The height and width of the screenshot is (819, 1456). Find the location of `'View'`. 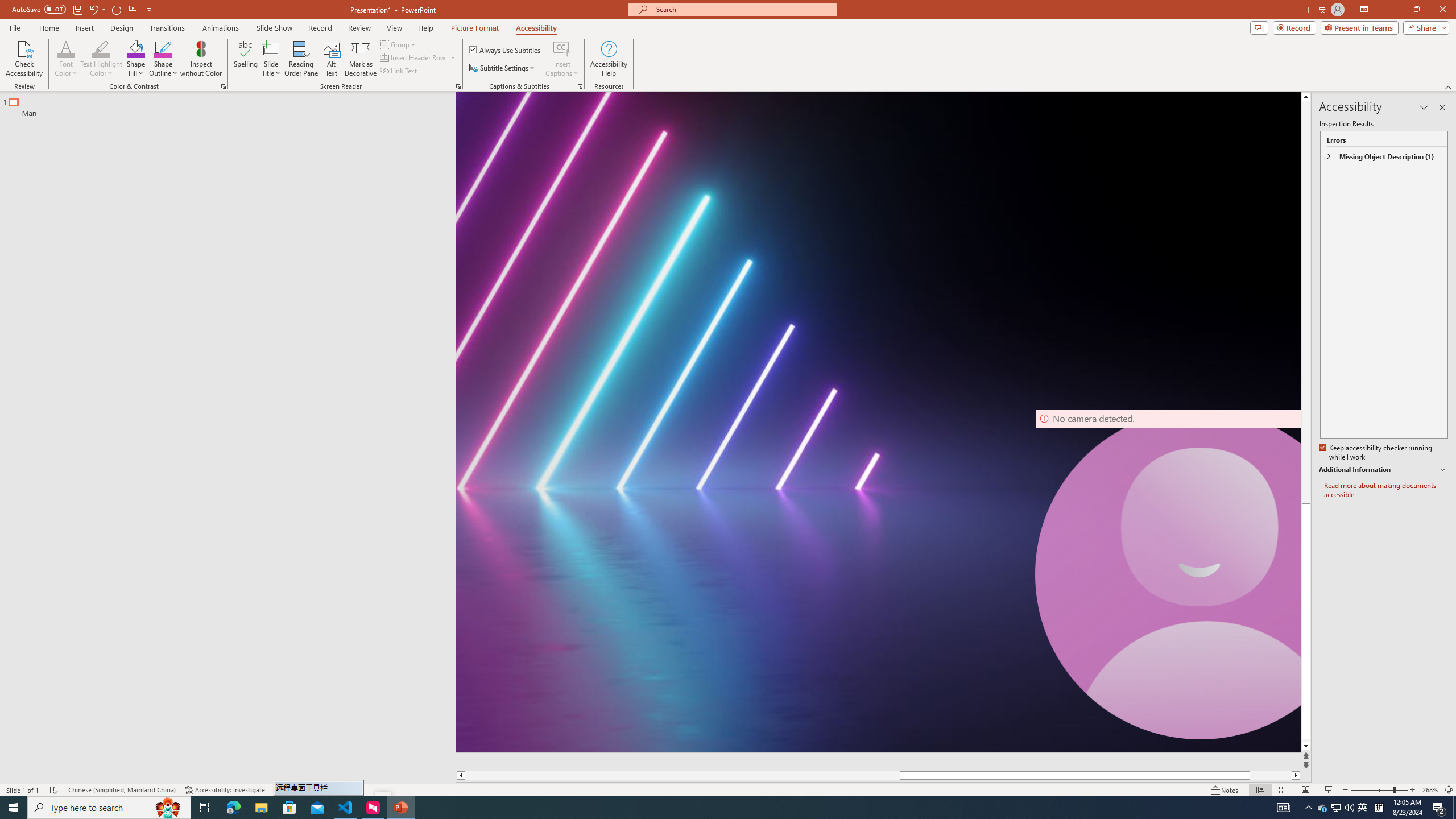

'View' is located at coordinates (395, 28).